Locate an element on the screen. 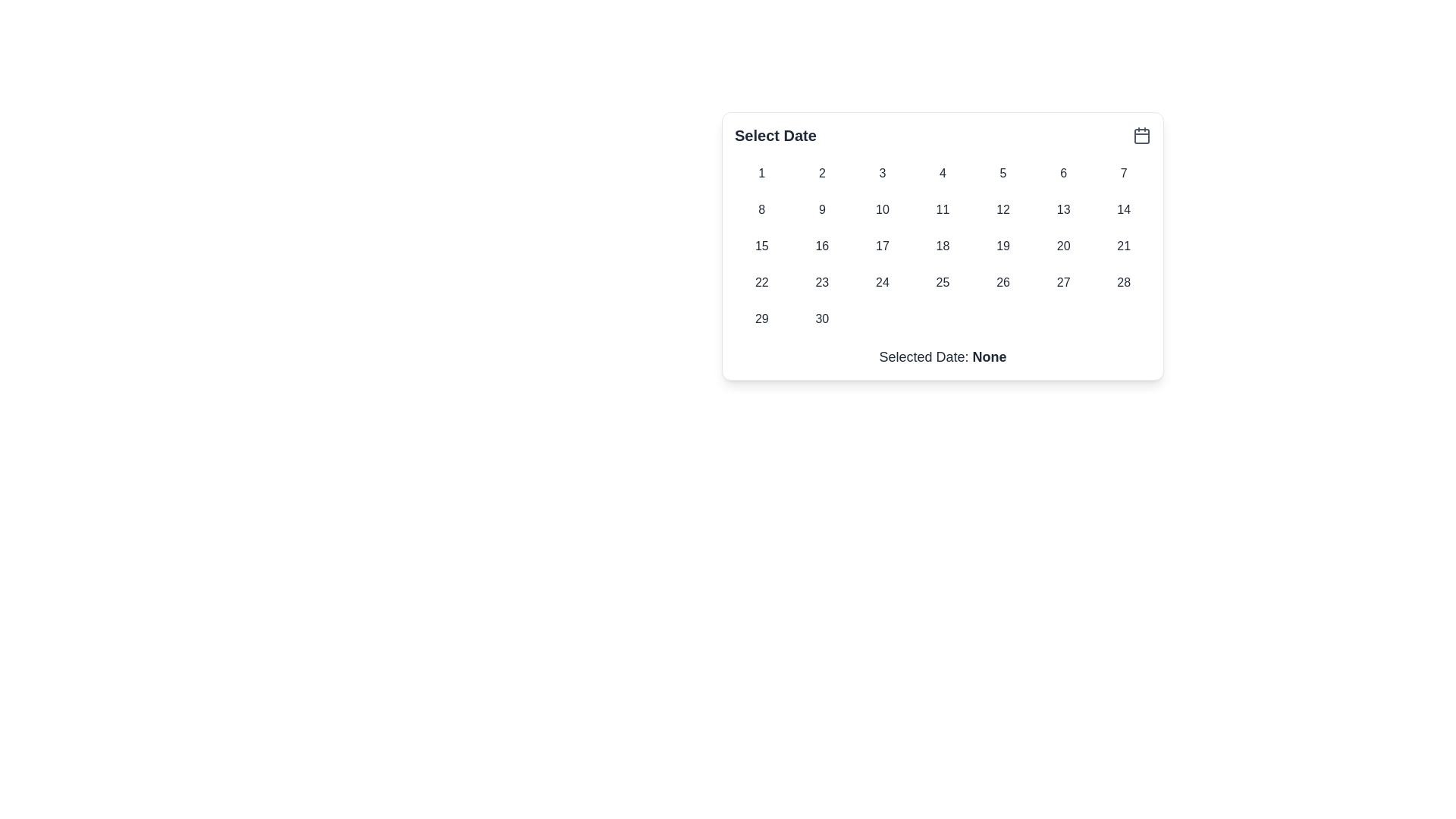  the selectable date button for the date '10' located in the second row and third column of the calendar grid is located at coordinates (882, 210).